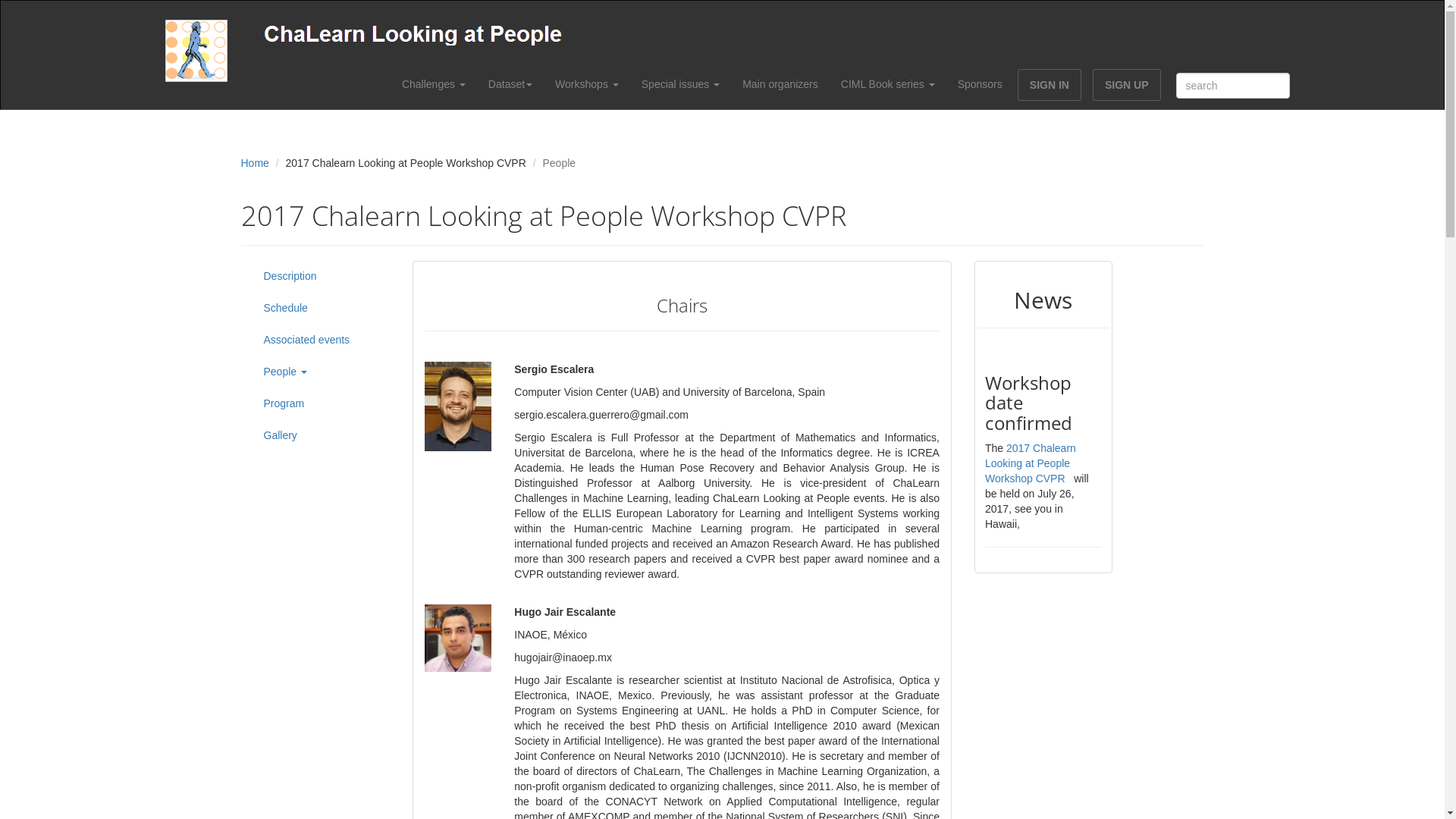  What do you see at coordinates (319, 435) in the screenshot?
I see `'Gallery'` at bounding box center [319, 435].